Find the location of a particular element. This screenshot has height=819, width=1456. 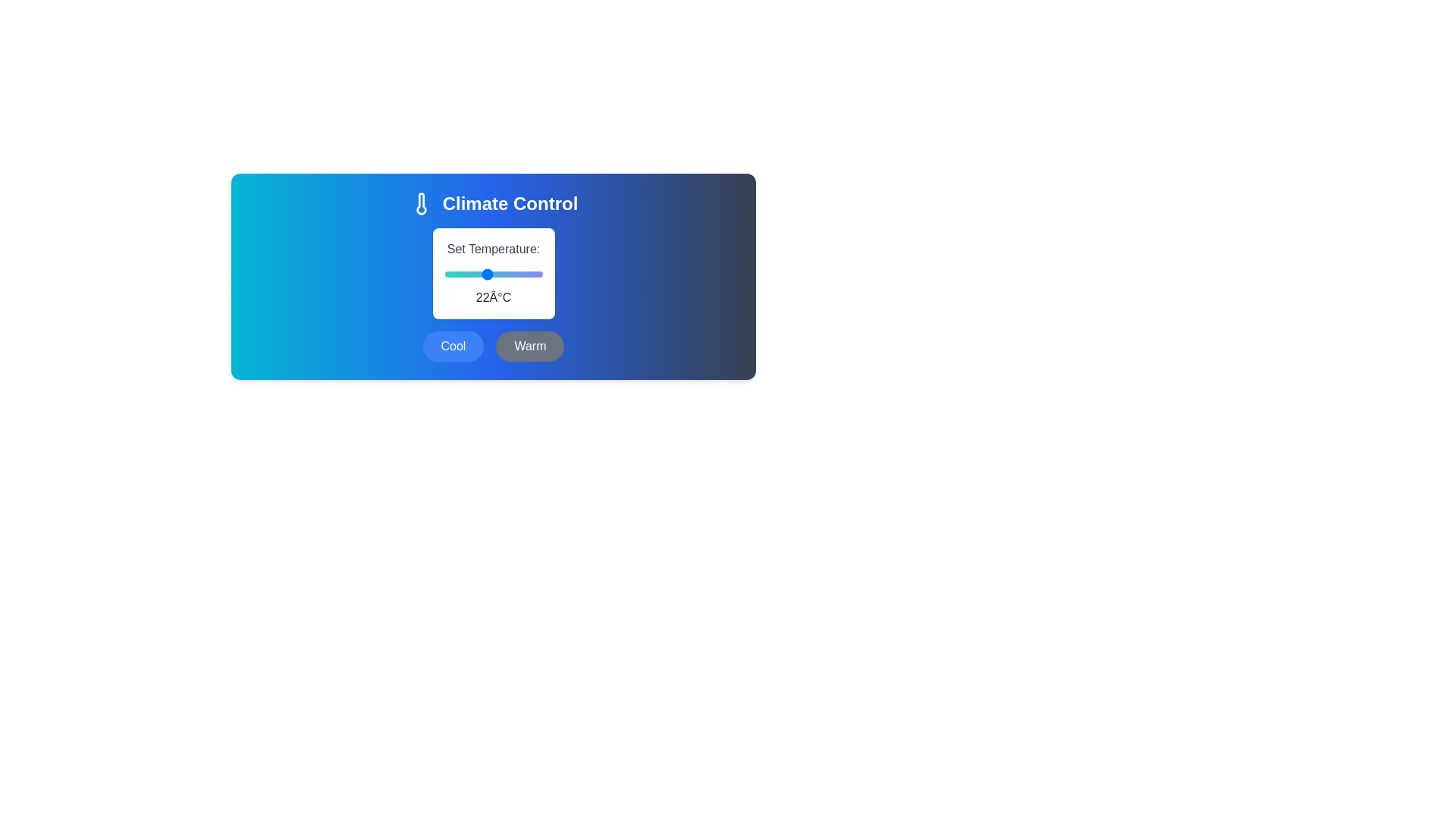

the 'Cool' button, which has a blue background and white text is located at coordinates (452, 346).